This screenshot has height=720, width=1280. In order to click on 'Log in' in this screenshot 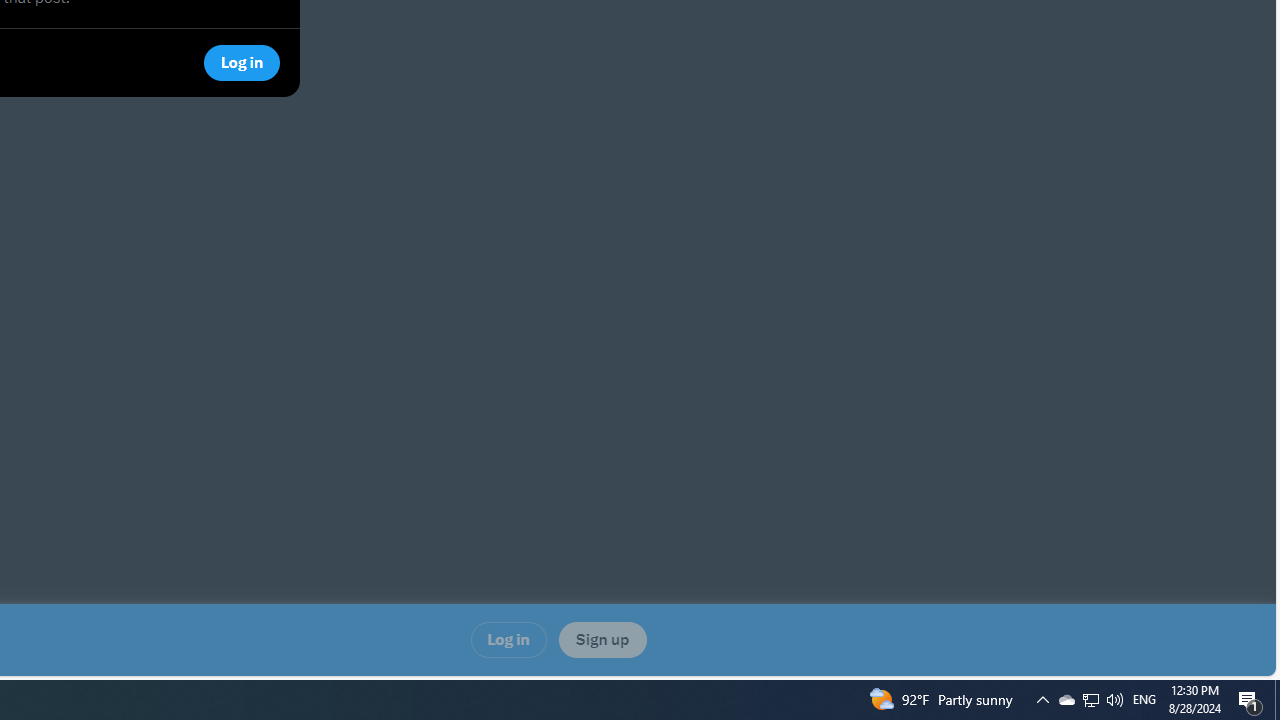, I will do `click(508, 640)`.